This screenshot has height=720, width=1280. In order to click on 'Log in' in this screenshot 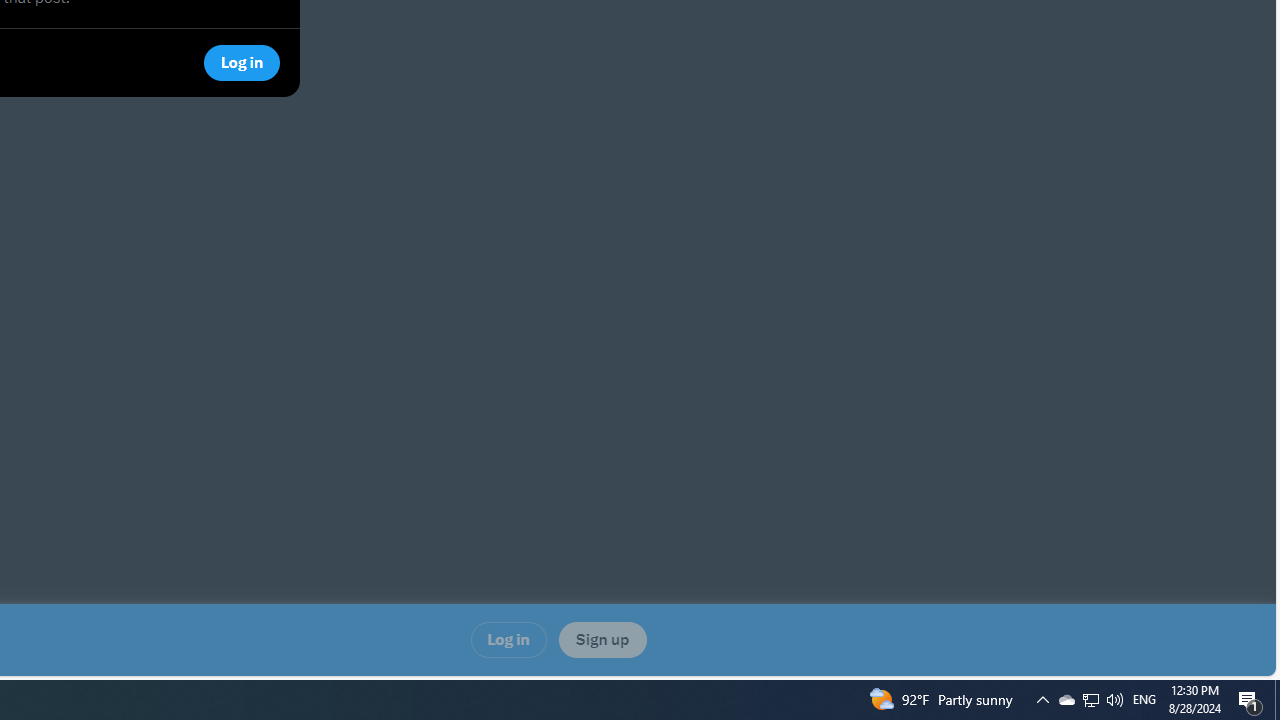, I will do `click(508, 640)`.